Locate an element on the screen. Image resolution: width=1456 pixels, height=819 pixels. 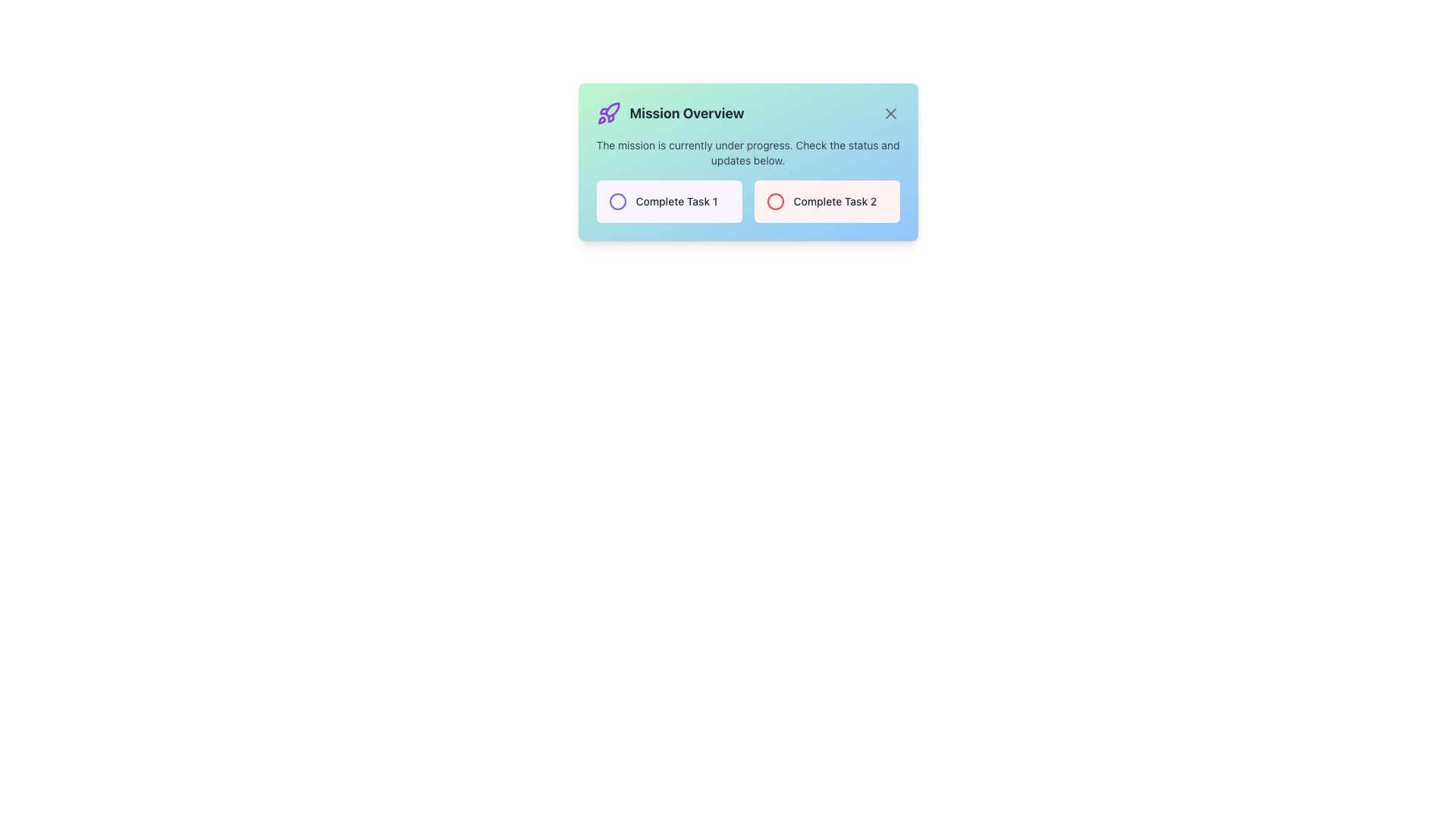
the 'X' vector graphic in the top-right corner of the 'Mission Overview' modal is located at coordinates (890, 113).